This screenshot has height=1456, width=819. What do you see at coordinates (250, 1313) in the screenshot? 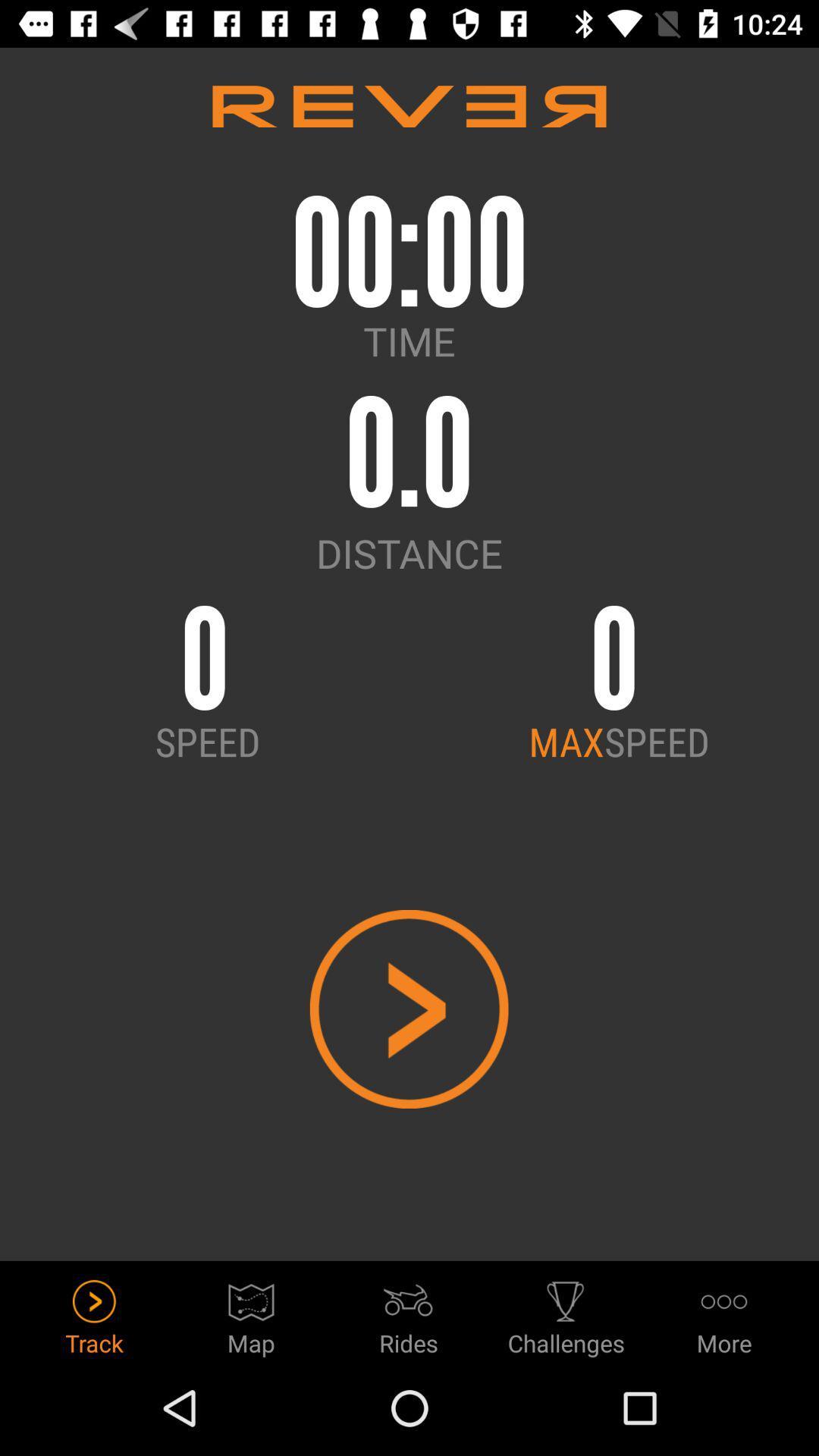
I see `item to the right of track` at bounding box center [250, 1313].